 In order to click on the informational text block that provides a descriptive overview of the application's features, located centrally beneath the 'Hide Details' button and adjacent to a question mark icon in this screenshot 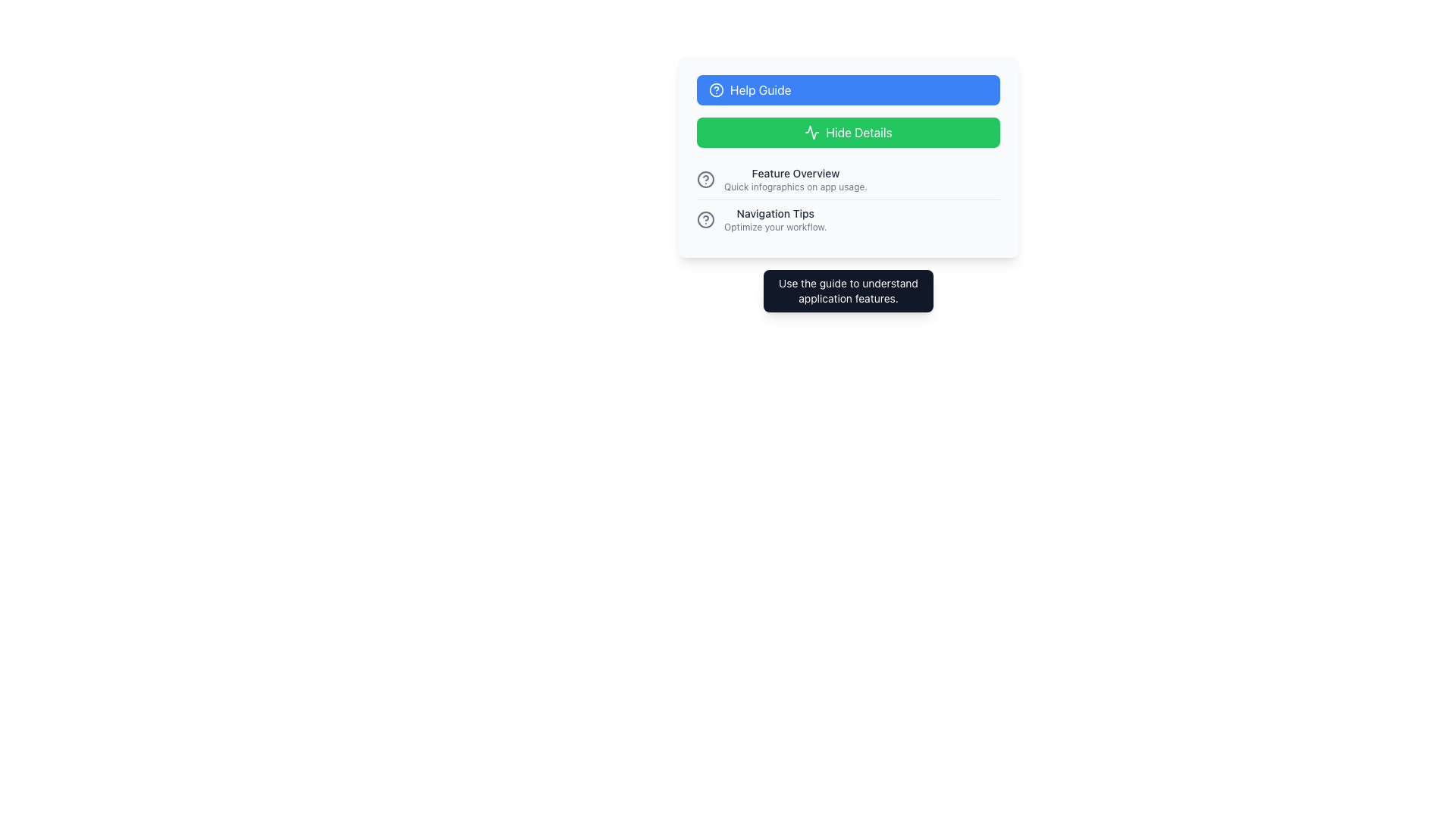, I will do `click(795, 178)`.